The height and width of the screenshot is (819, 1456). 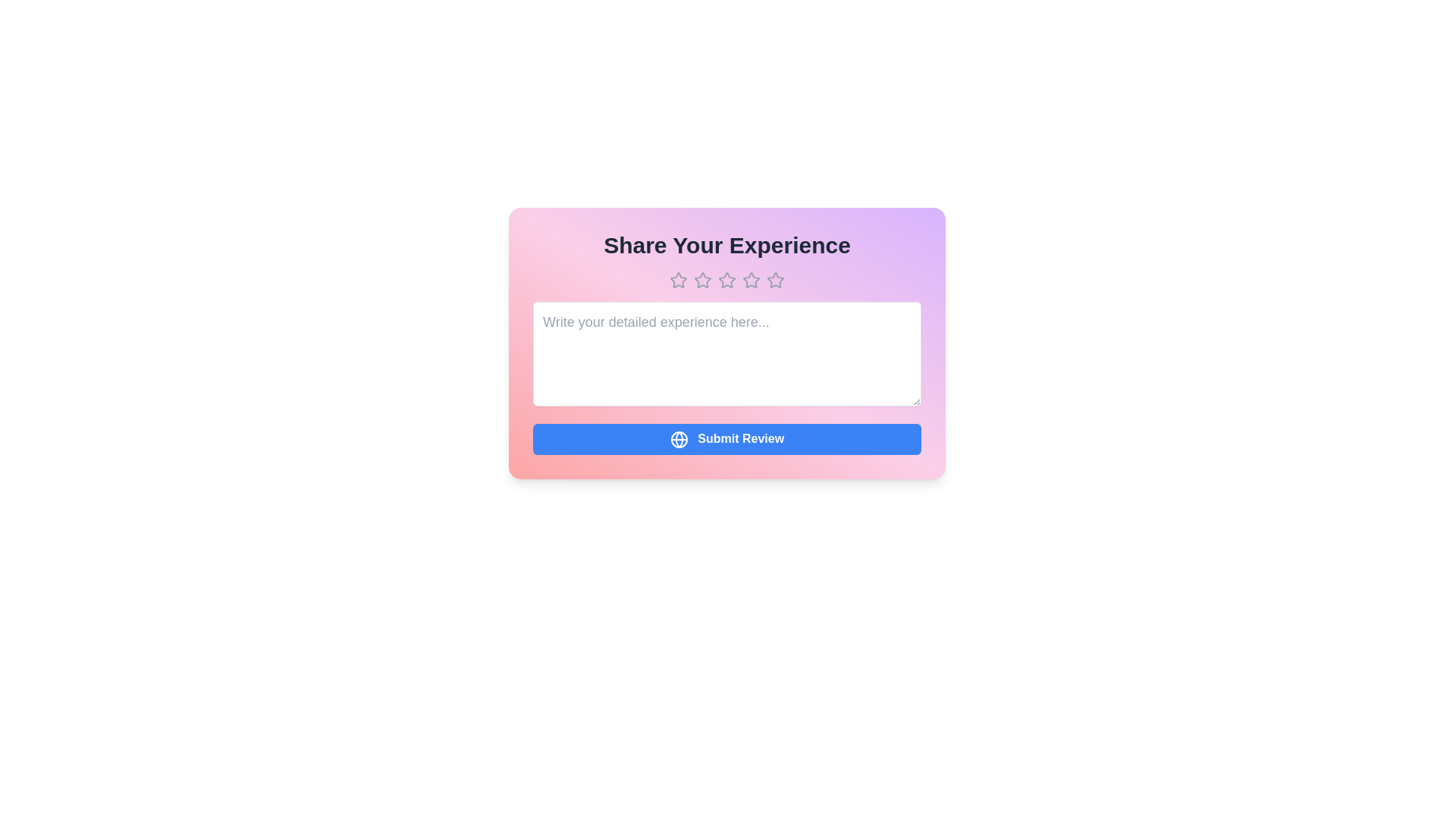 What do you see at coordinates (701, 281) in the screenshot?
I see `the star corresponding to 2 stars to preview the rating` at bounding box center [701, 281].